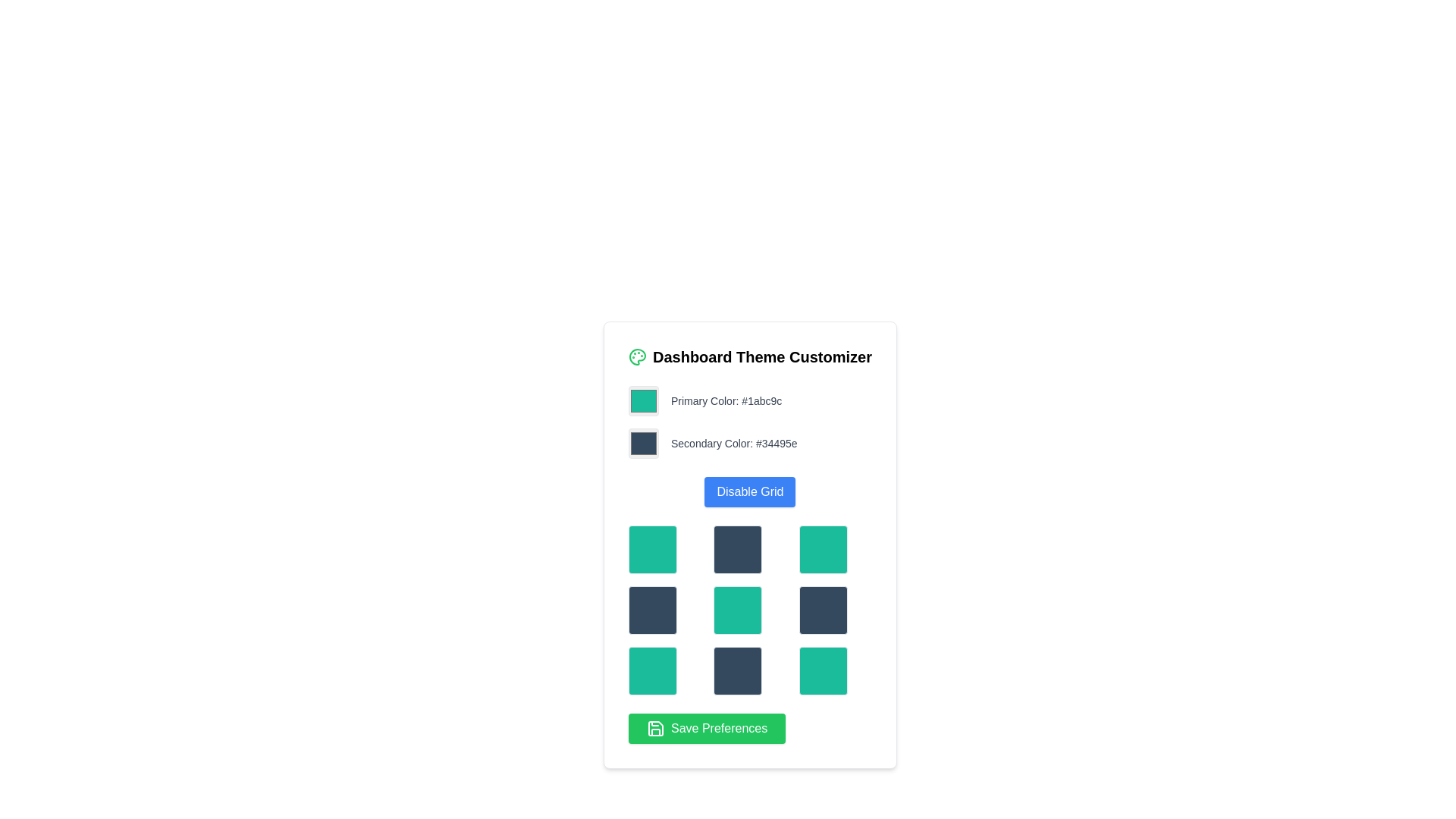  What do you see at coordinates (822, 670) in the screenshot?
I see `the teal selectable color tile located in the bottom-right corner of the 3x3 grid layout` at bounding box center [822, 670].